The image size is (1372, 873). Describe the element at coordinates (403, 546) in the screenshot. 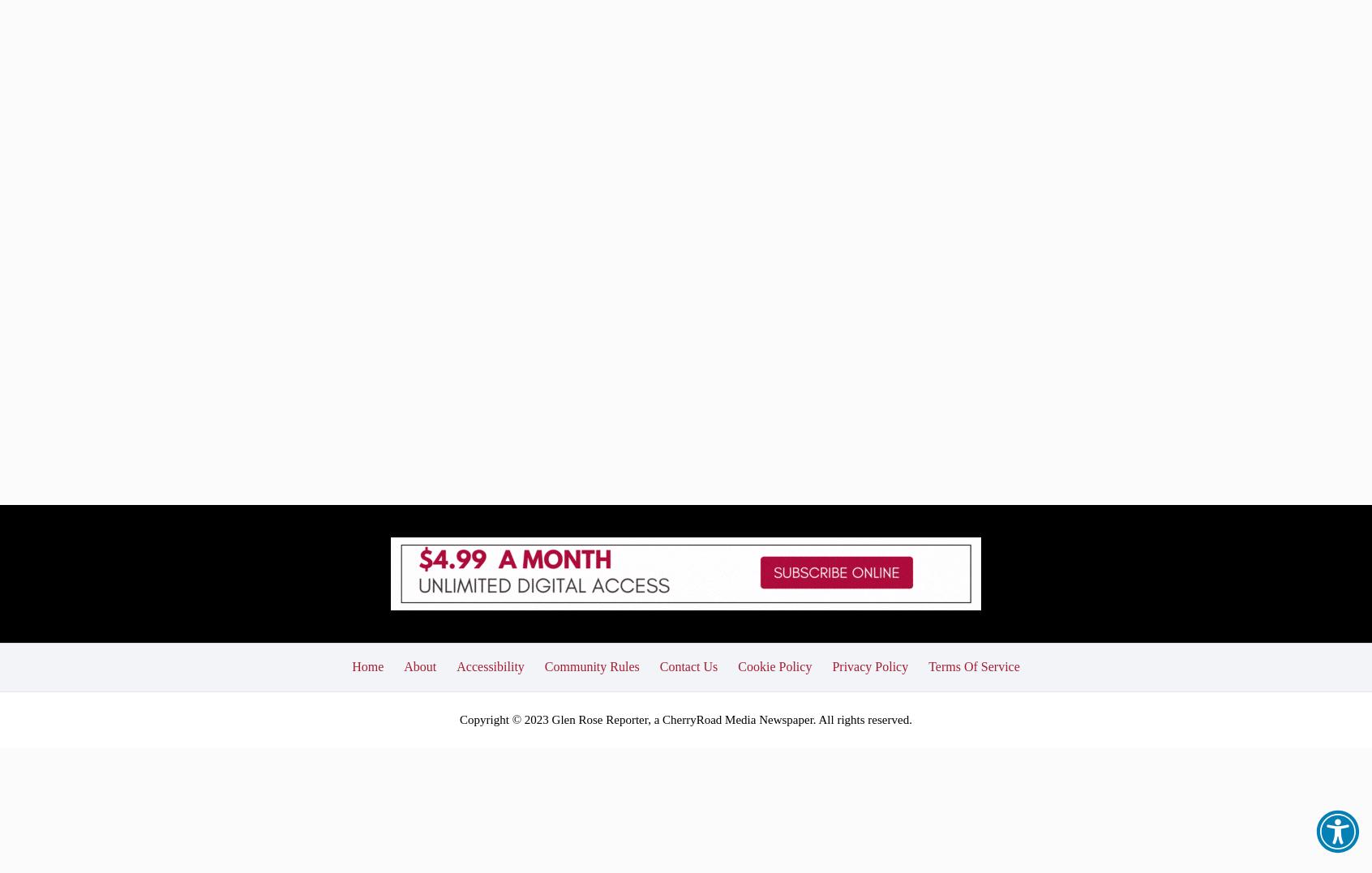

I see `'About'` at that location.